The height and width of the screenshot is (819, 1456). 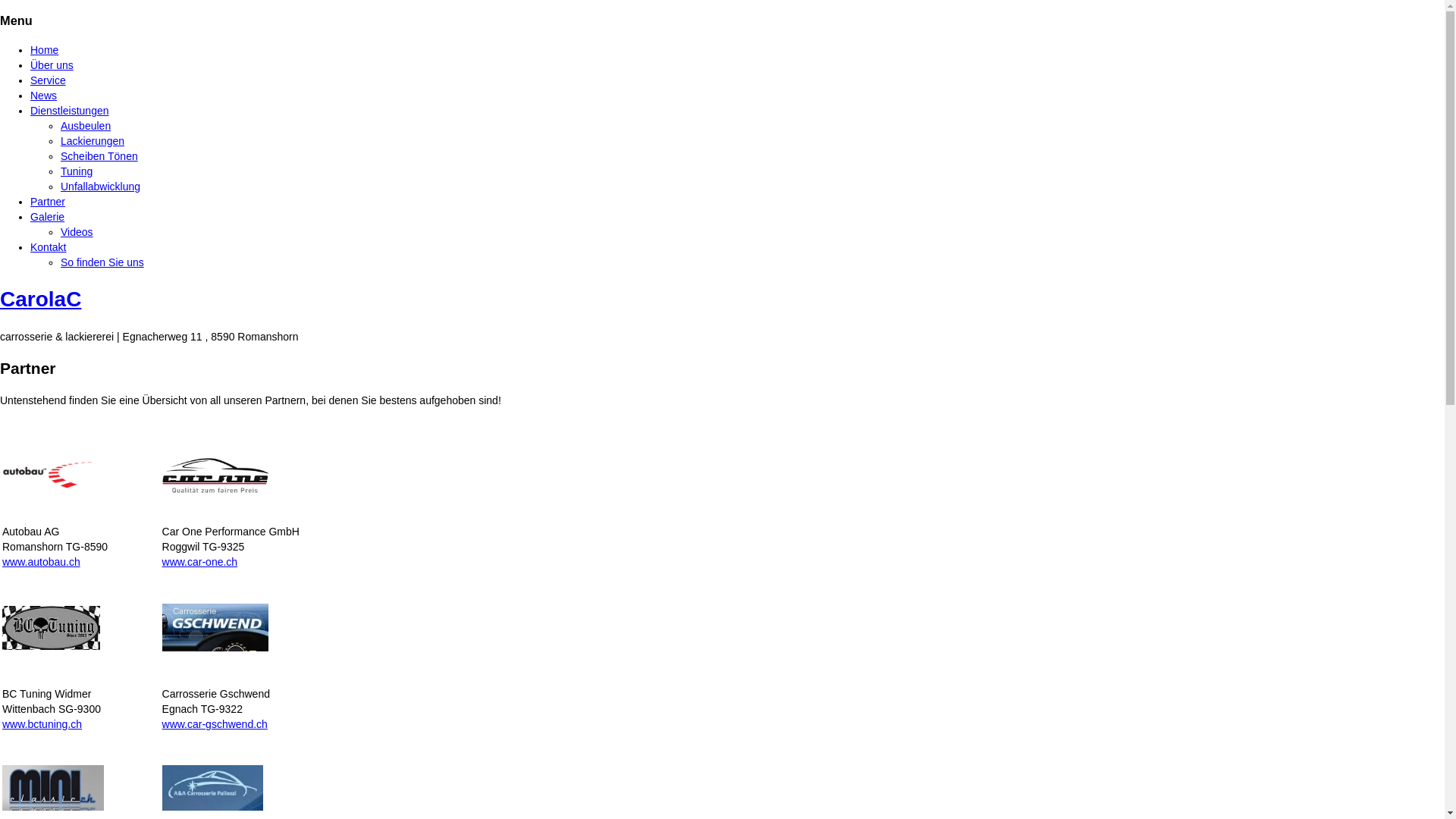 What do you see at coordinates (2, 561) in the screenshot?
I see `'www.autobau.ch'` at bounding box center [2, 561].